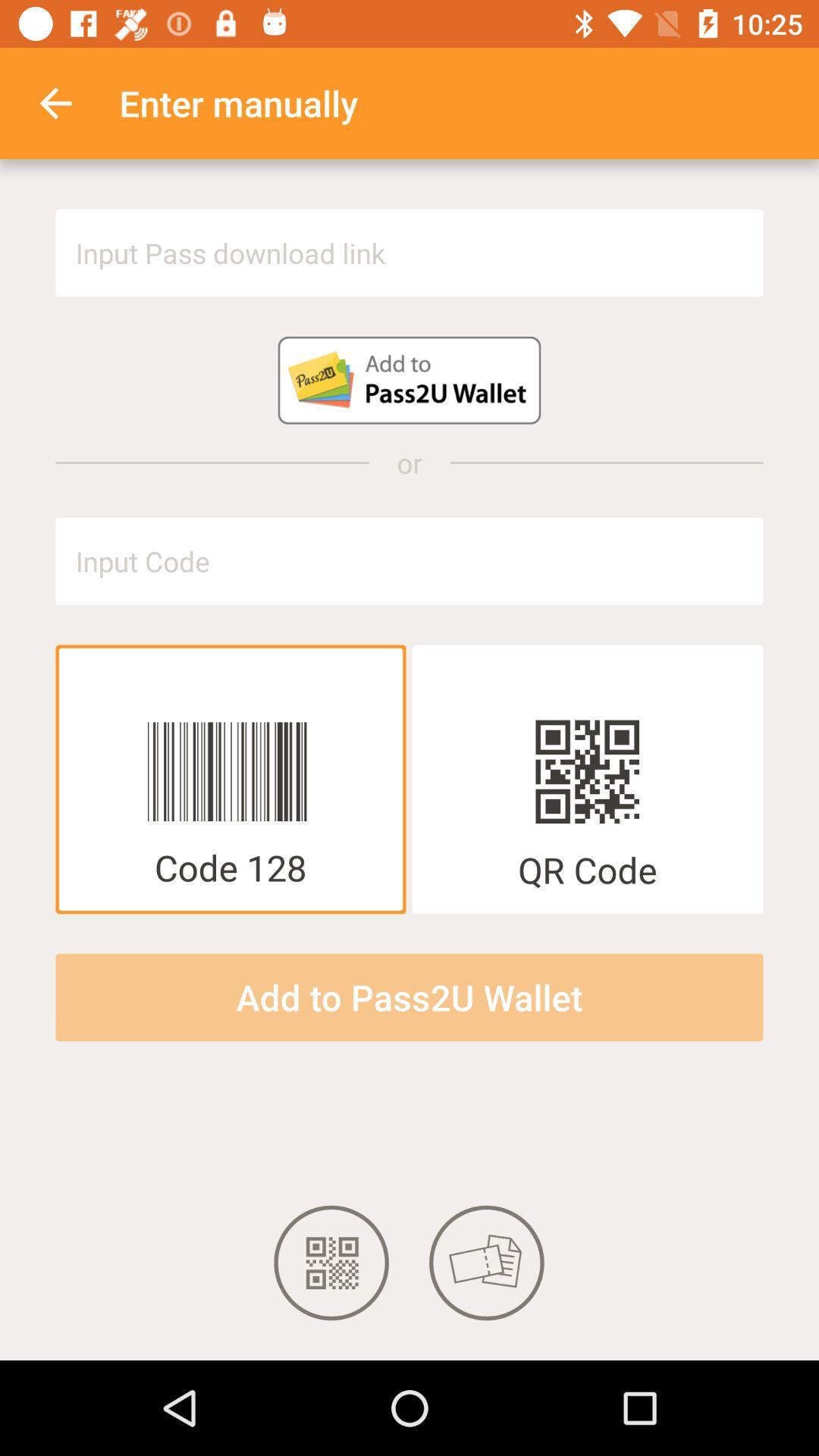 The height and width of the screenshot is (1456, 819). Describe the element at coordinates (409, 997) in the screenshot. I see `button below the qr code` at that location.